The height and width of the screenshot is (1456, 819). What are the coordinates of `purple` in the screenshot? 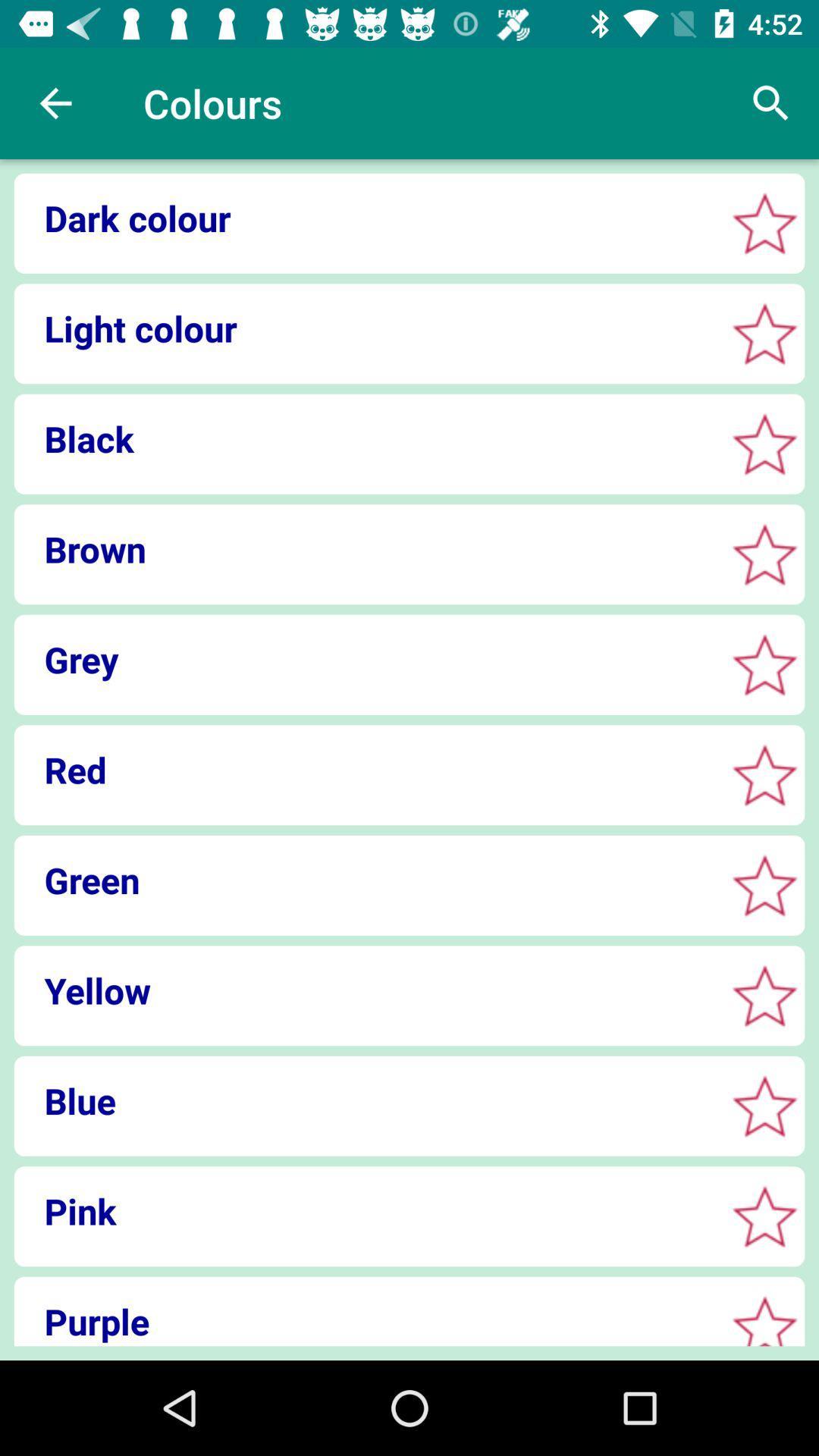 It's located at (365, 1320).